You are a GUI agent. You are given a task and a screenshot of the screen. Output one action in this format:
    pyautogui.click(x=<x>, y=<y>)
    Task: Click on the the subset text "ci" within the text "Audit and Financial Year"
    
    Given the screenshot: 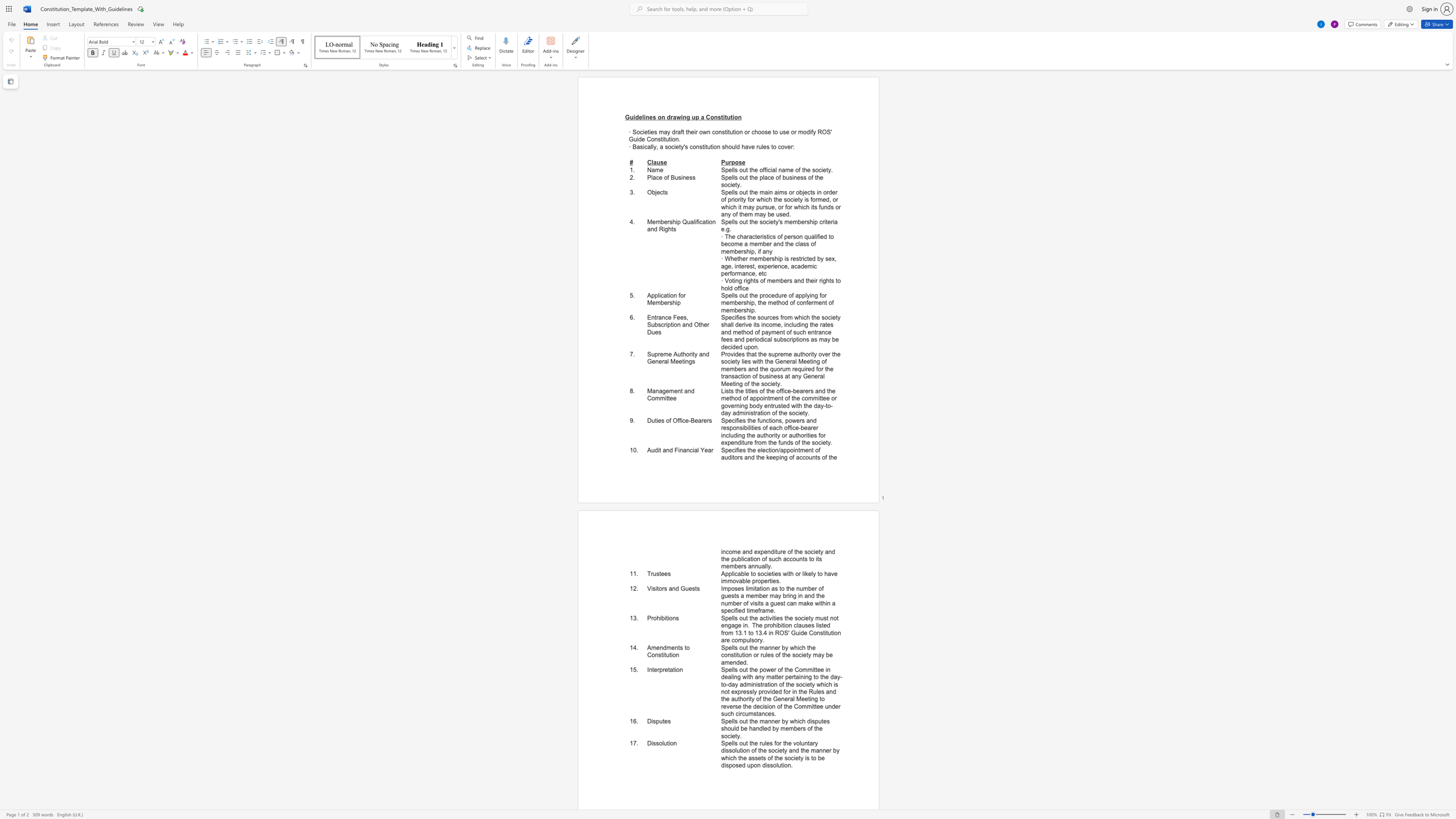 What is the action you would take?
    pyautogui.click(x=690, y=450)
    